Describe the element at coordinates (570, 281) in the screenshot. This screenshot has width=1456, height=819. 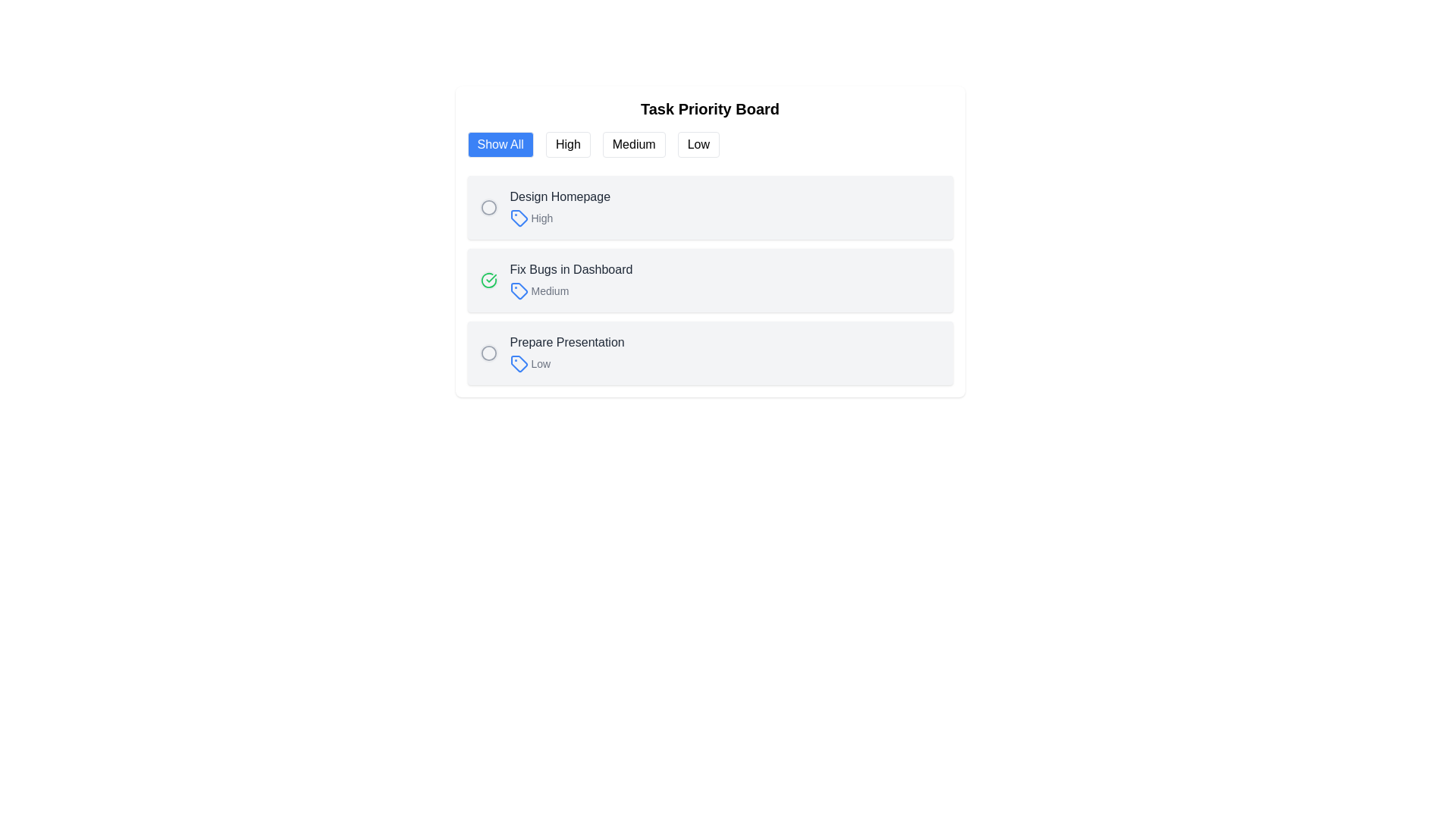
I see `the 'Fix Bugs in Dashboard' task item` at that location.